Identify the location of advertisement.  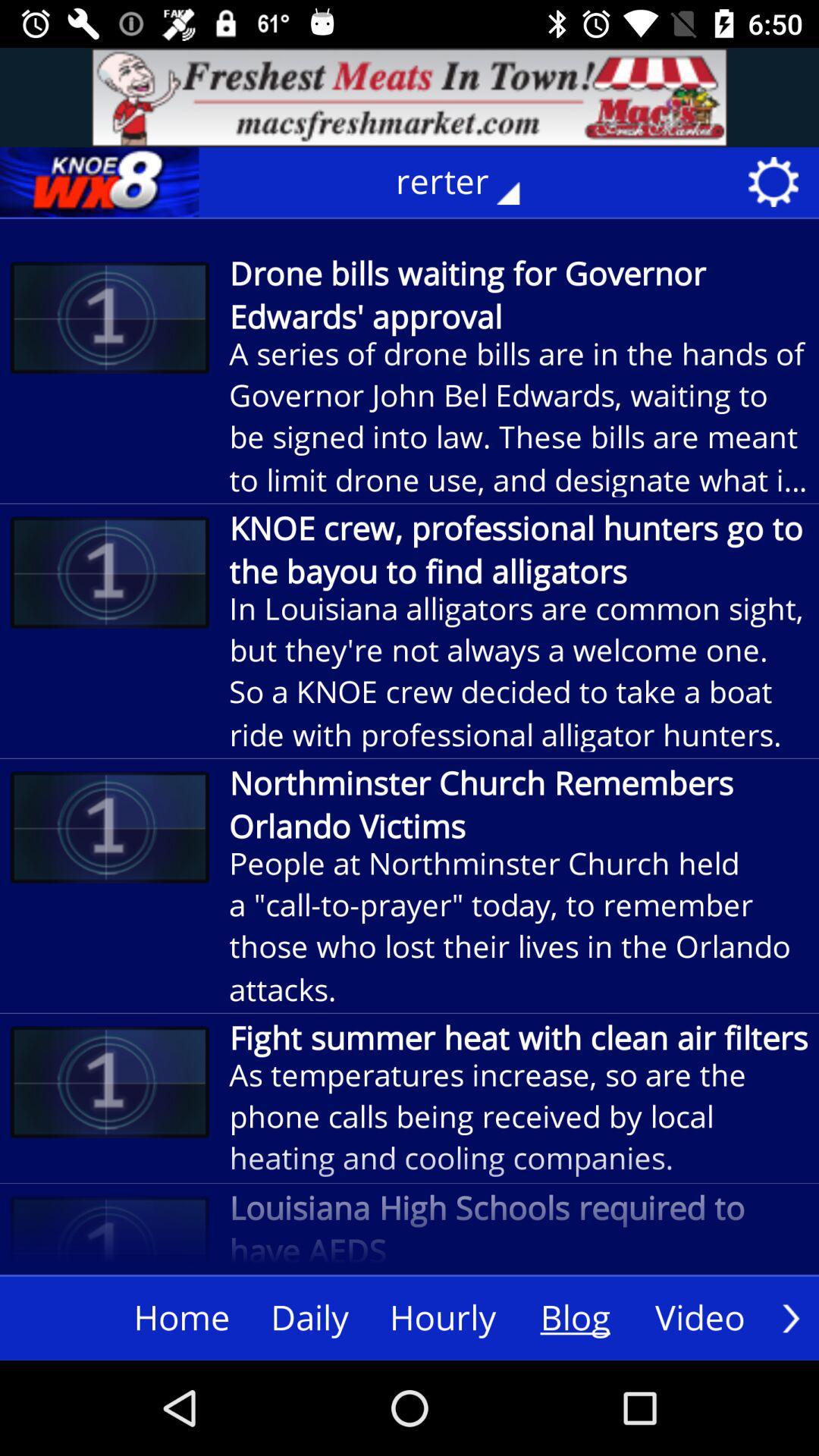
(409, 96).